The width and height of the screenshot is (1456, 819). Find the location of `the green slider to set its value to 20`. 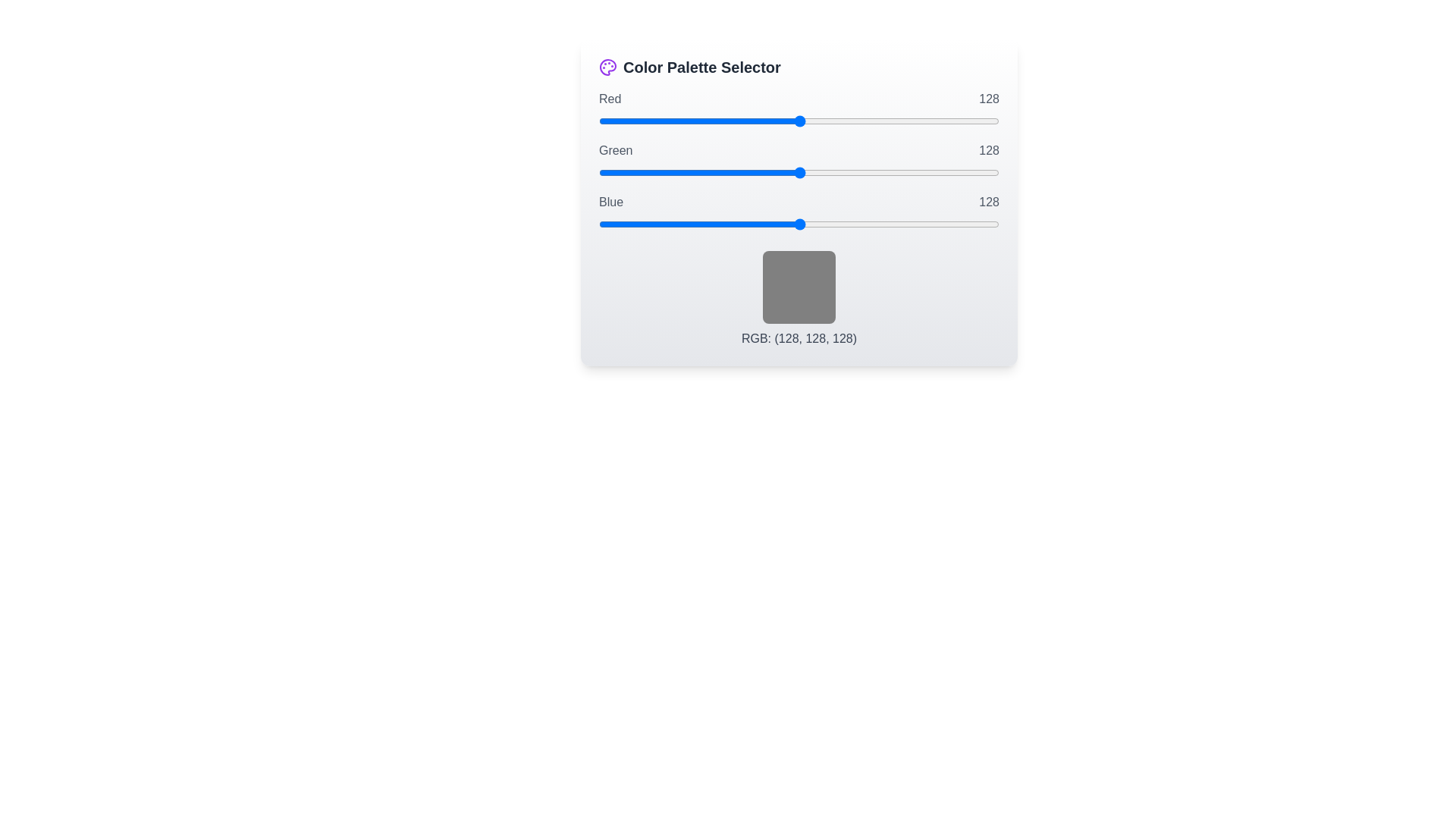

the green slider to set its value to 20 is located at coordinates (630, 171).